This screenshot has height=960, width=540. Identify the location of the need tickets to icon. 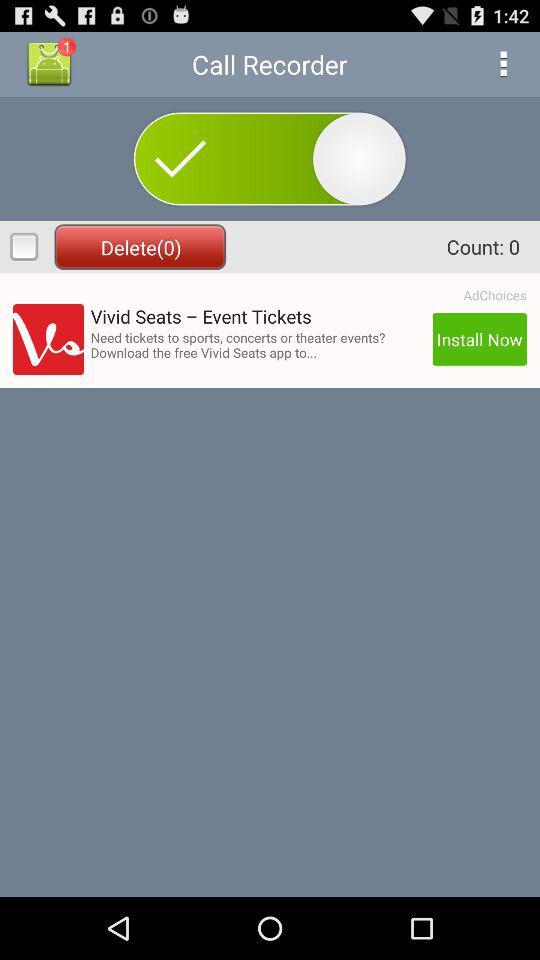
(258, 345).